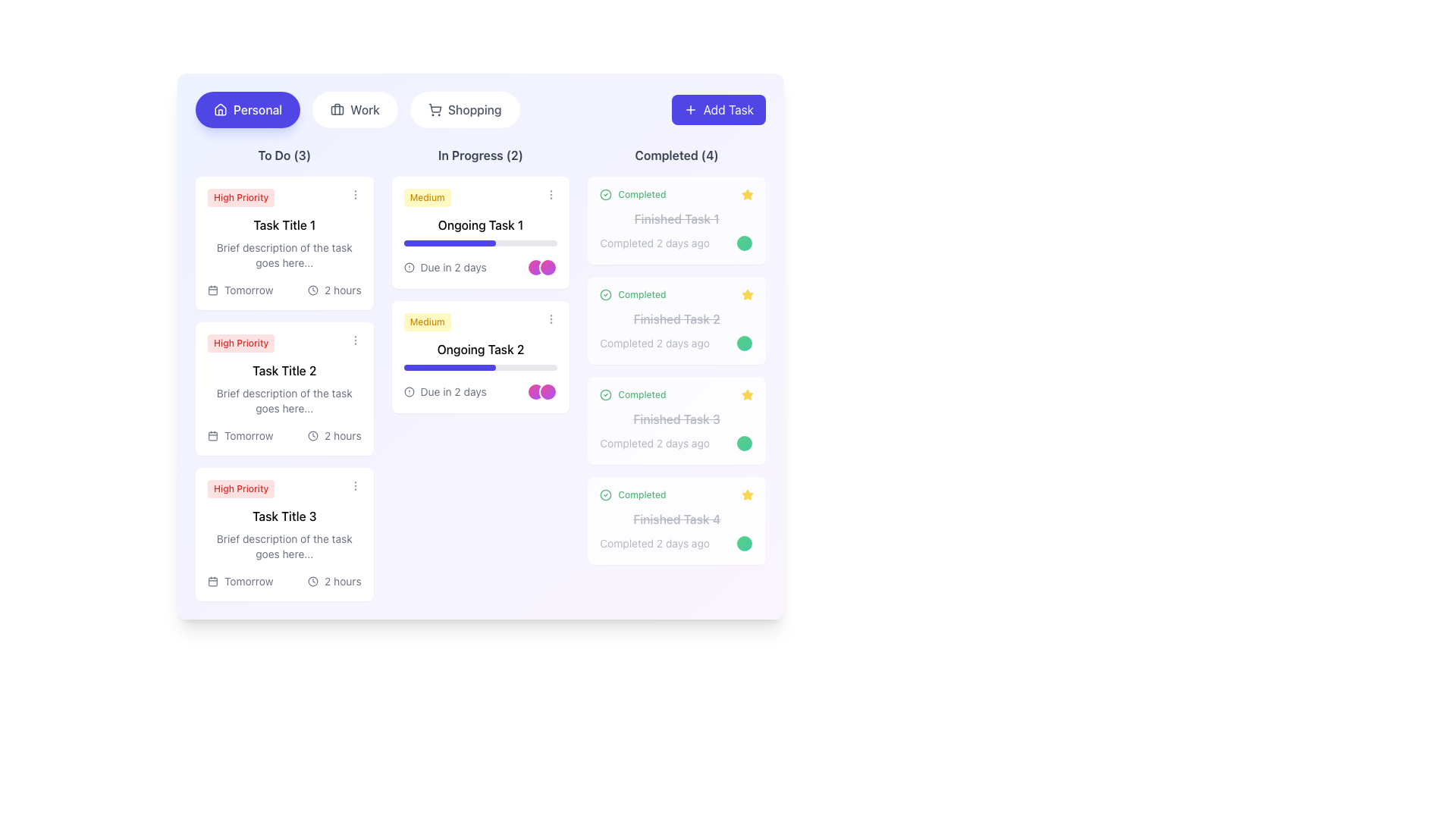  What do you see at coordinates (240, 343) in the screenshot?
I see `the pill-shaped label with a light red background and red text that displays 'High Priority', located above 'Task Title 2' in the task card` at bounding box center [240, 343].